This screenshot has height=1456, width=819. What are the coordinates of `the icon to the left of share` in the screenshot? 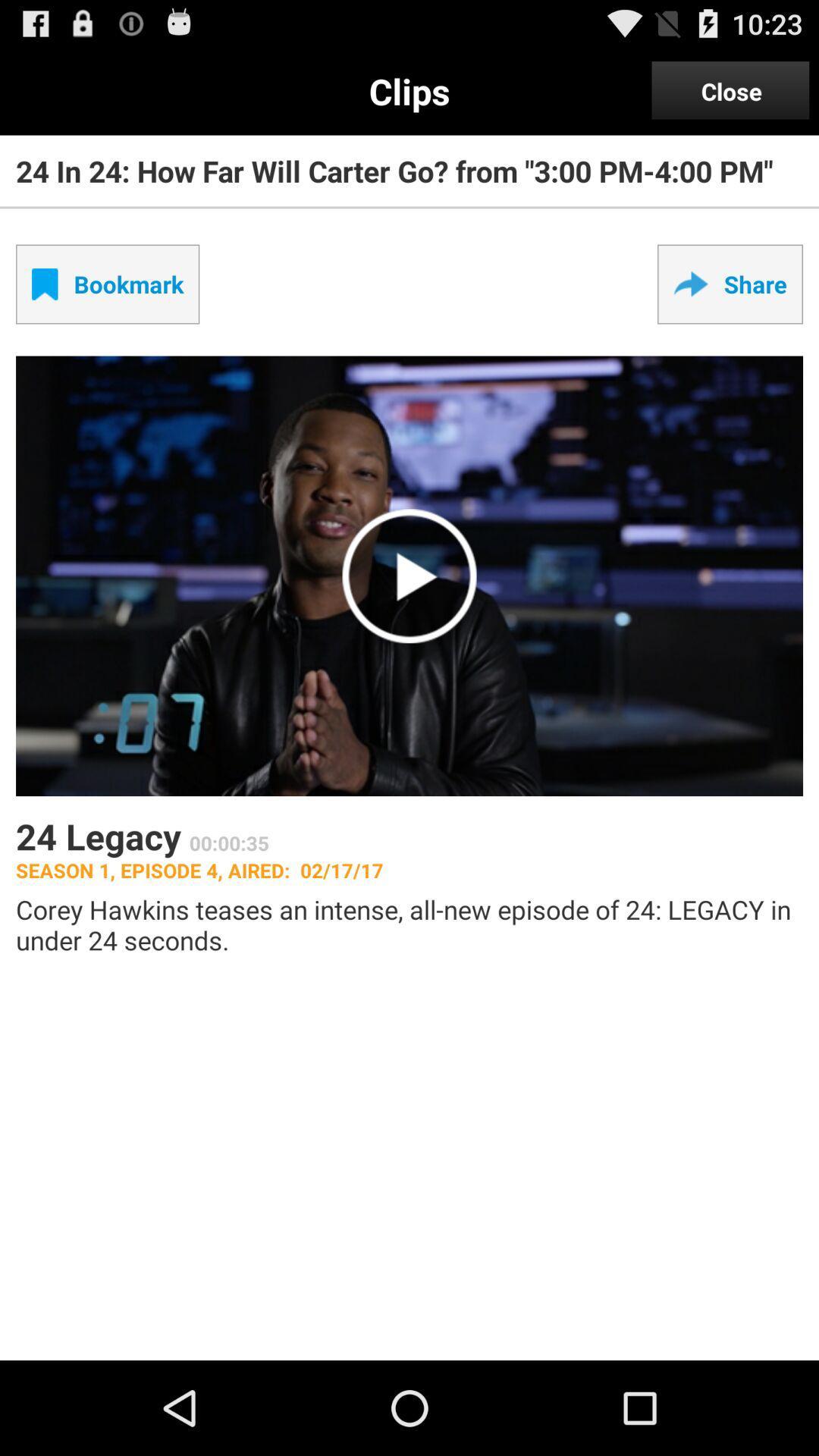 It's located at (107, 284).